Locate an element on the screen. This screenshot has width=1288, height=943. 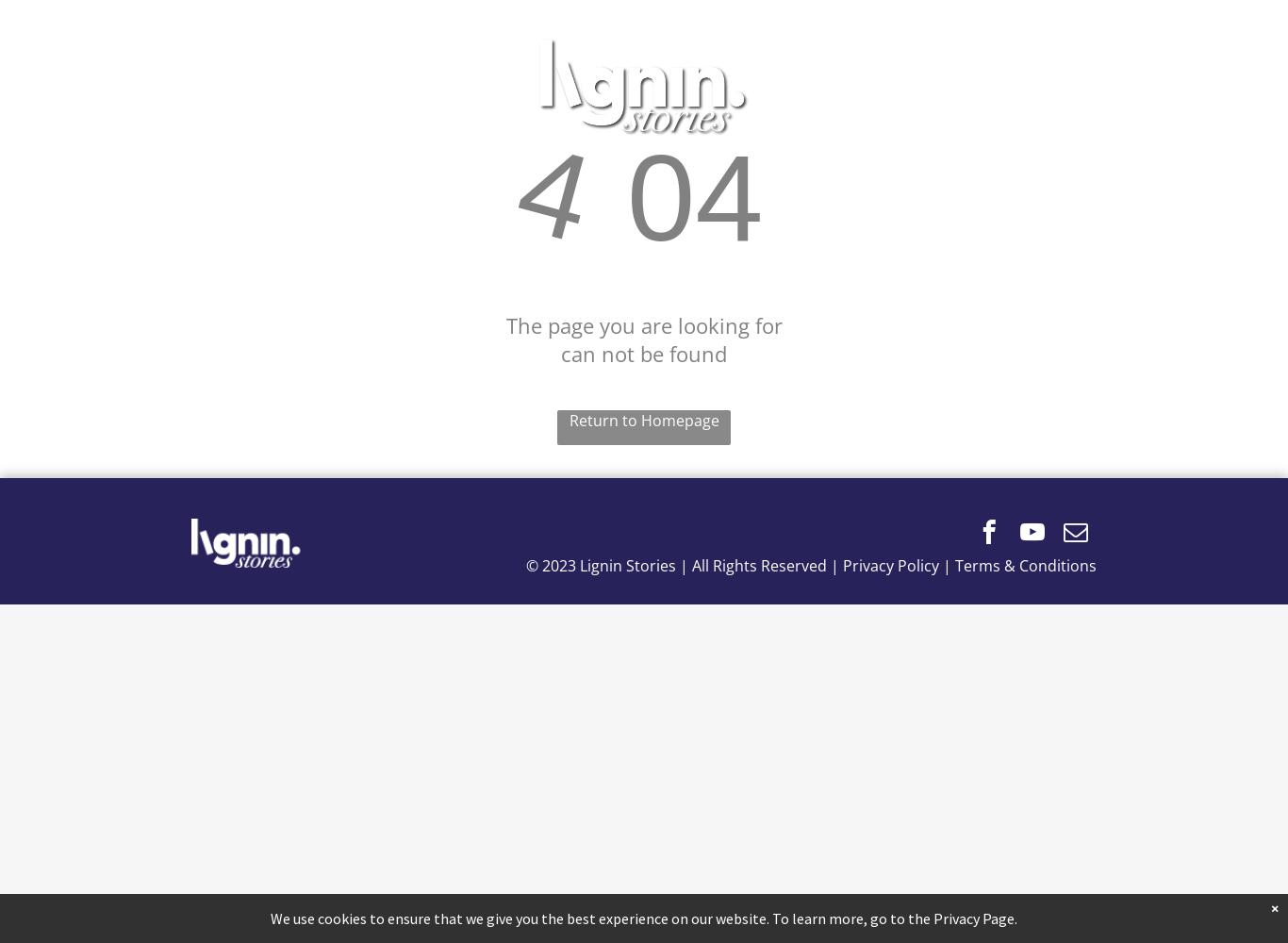
'STORIES' is located at coordinates (798, 86).